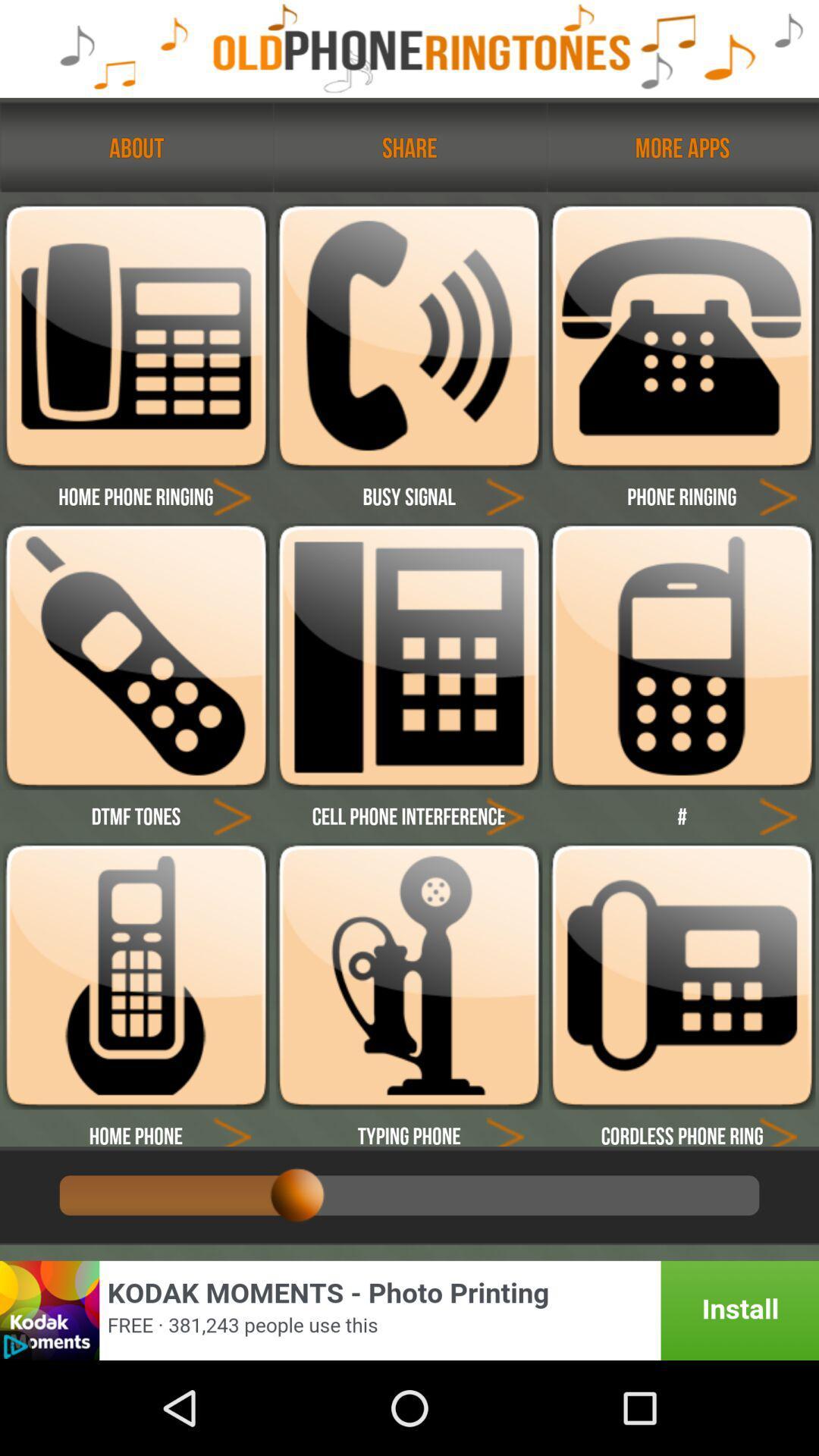 This screenshot has height=1456, width=819. Describe the element at coordinates (232, 1128) in the screenshot. I see `go back` at that location.